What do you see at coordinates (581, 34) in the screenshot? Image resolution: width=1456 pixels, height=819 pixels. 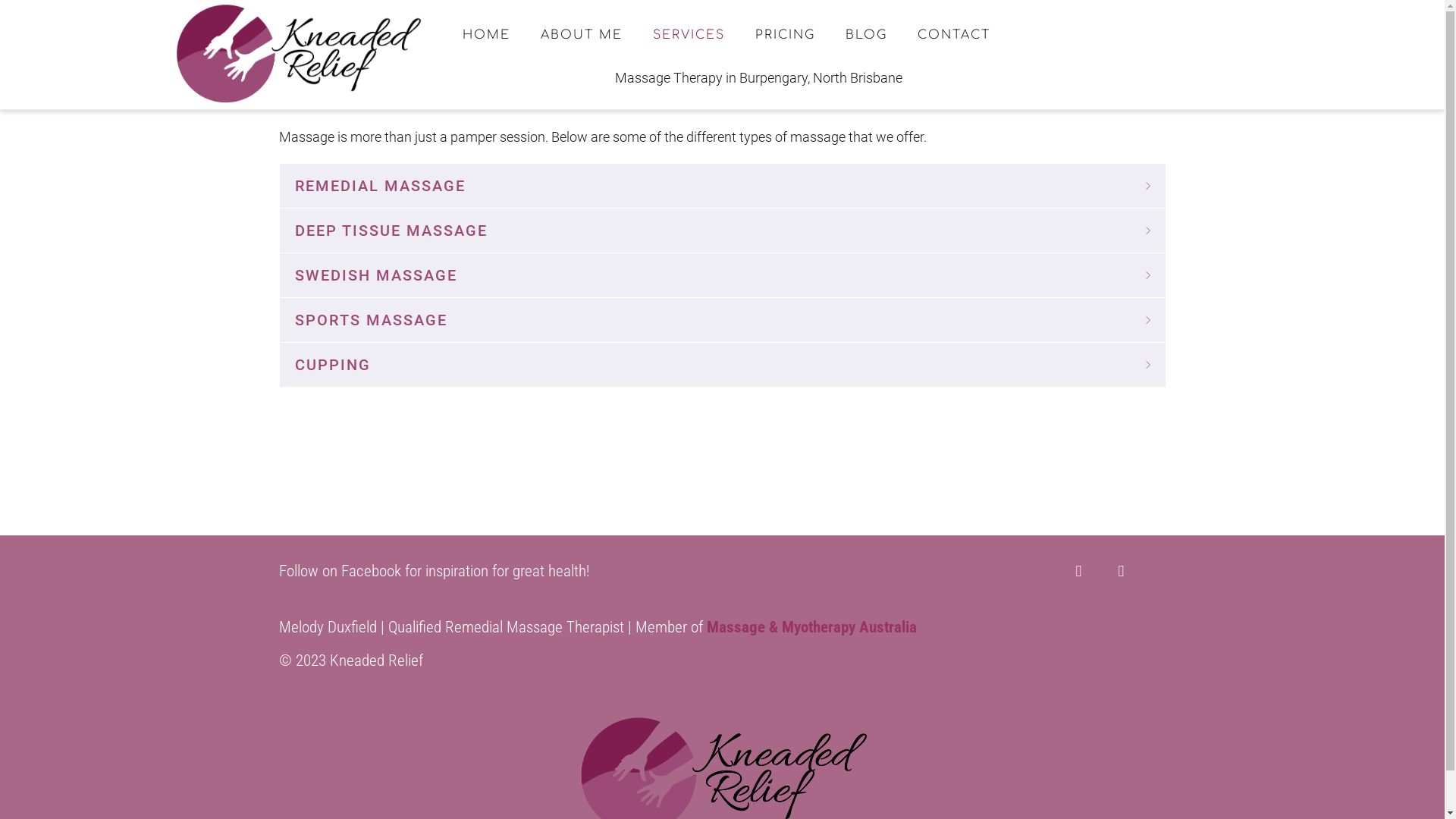 I see `'ABOUT ME'` at bounding box center [581, 34].